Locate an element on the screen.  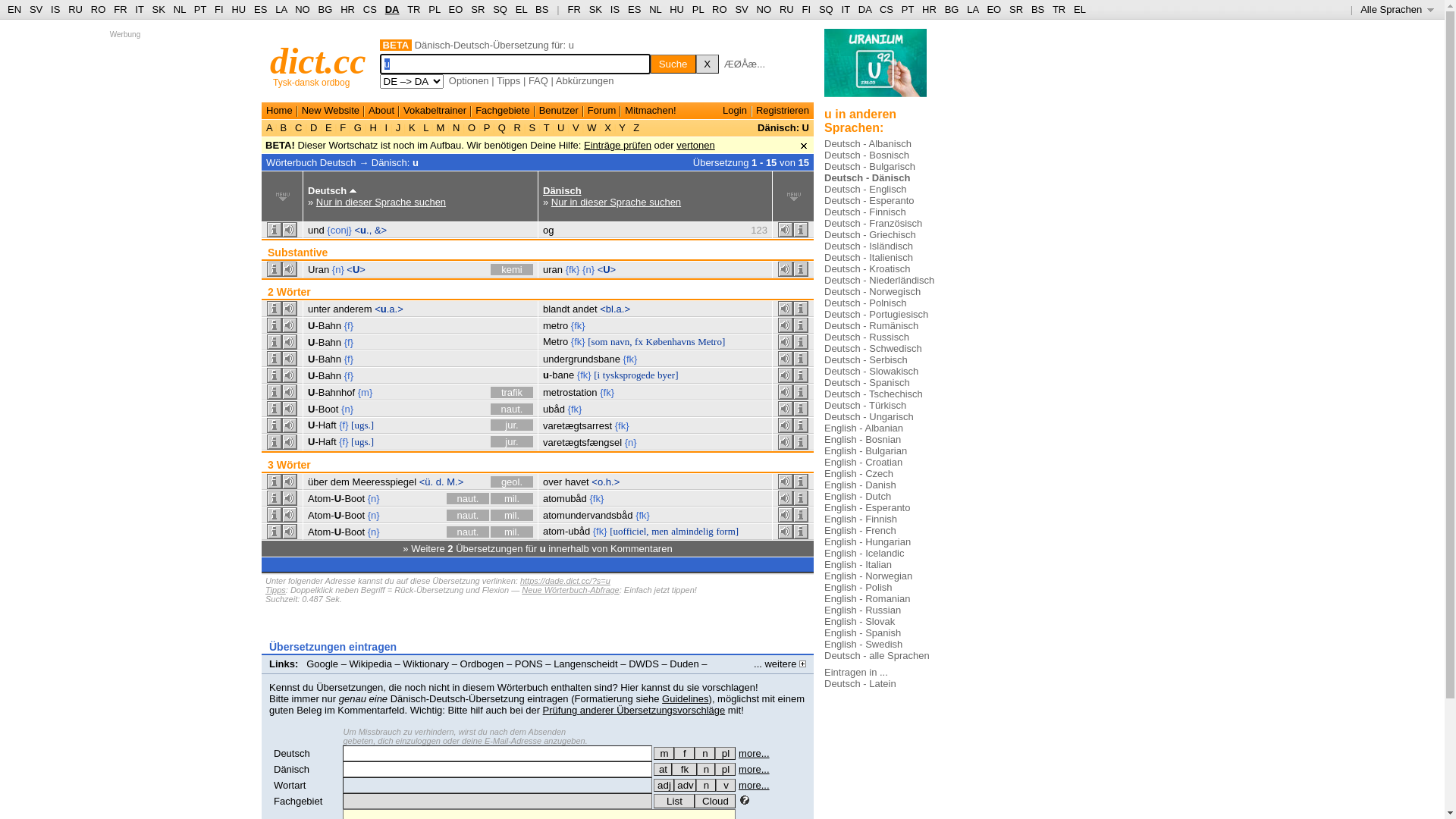
'SK' is located at coordinates (595, 9).